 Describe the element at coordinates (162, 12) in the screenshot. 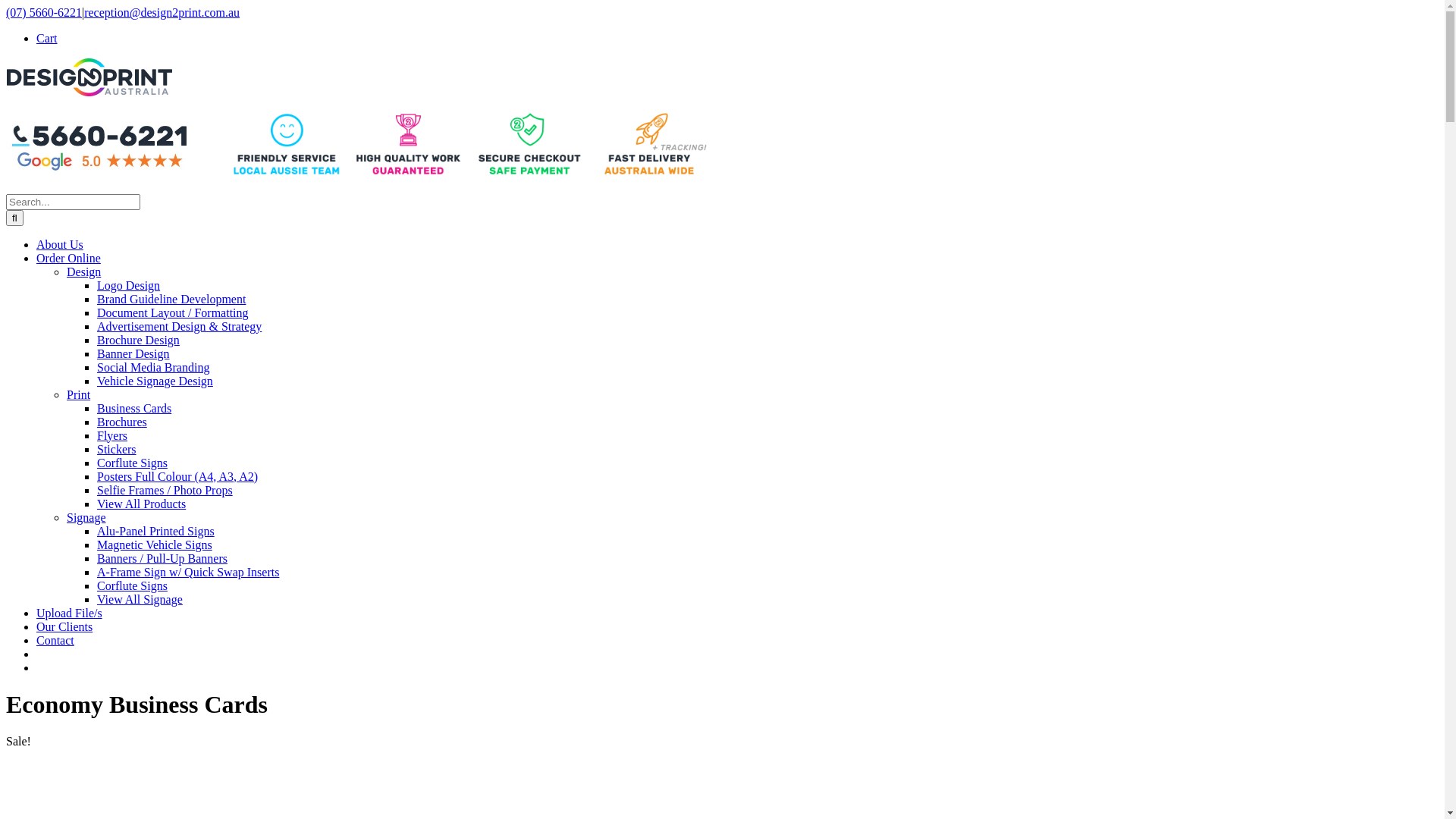

I see `'reception@design2print.com.au'` at that location.